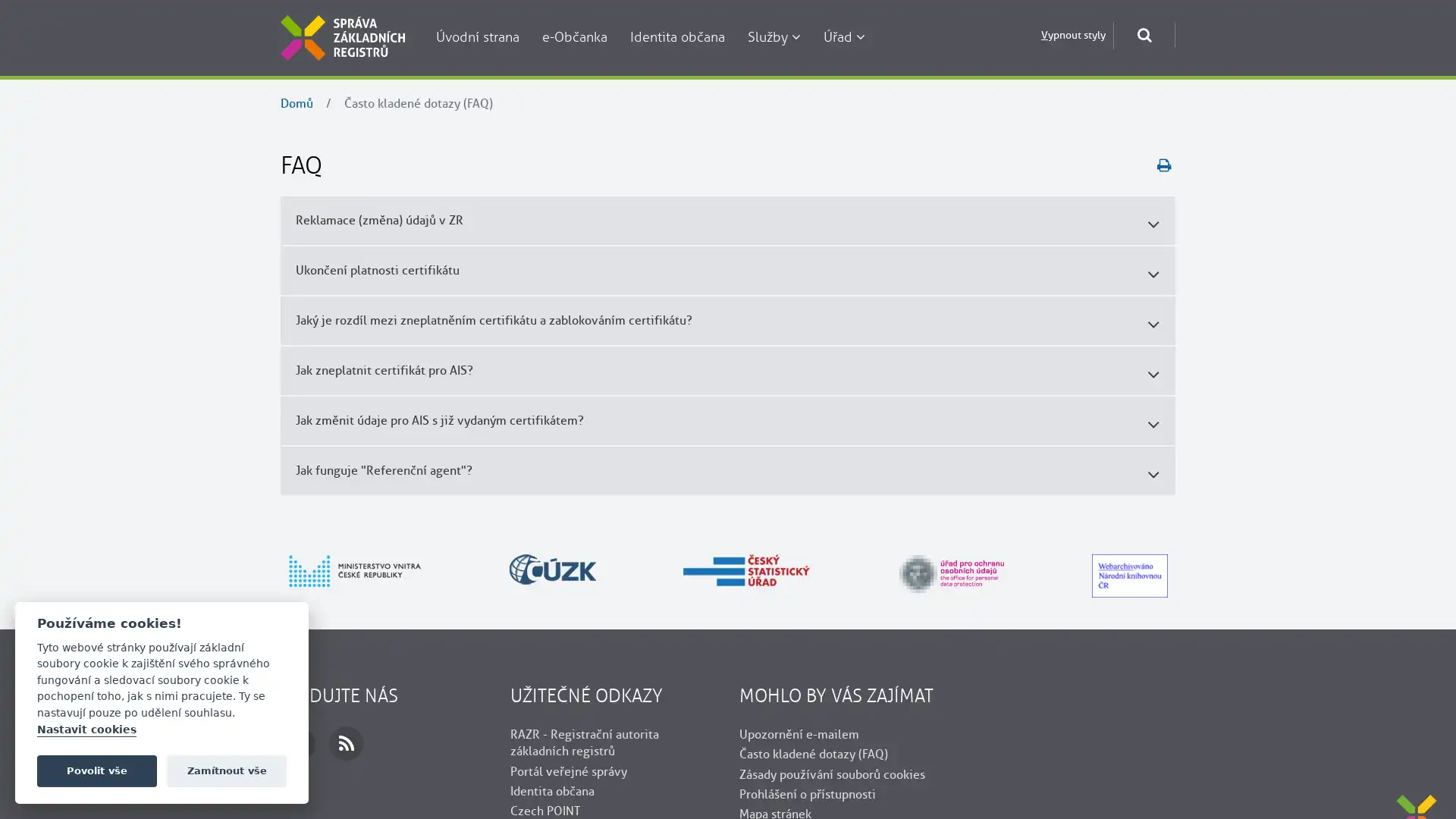  What do you see at coordinates (225, 770) in the screenshot?
I see `Zamitnout vse` at bounding box center [225, 770].